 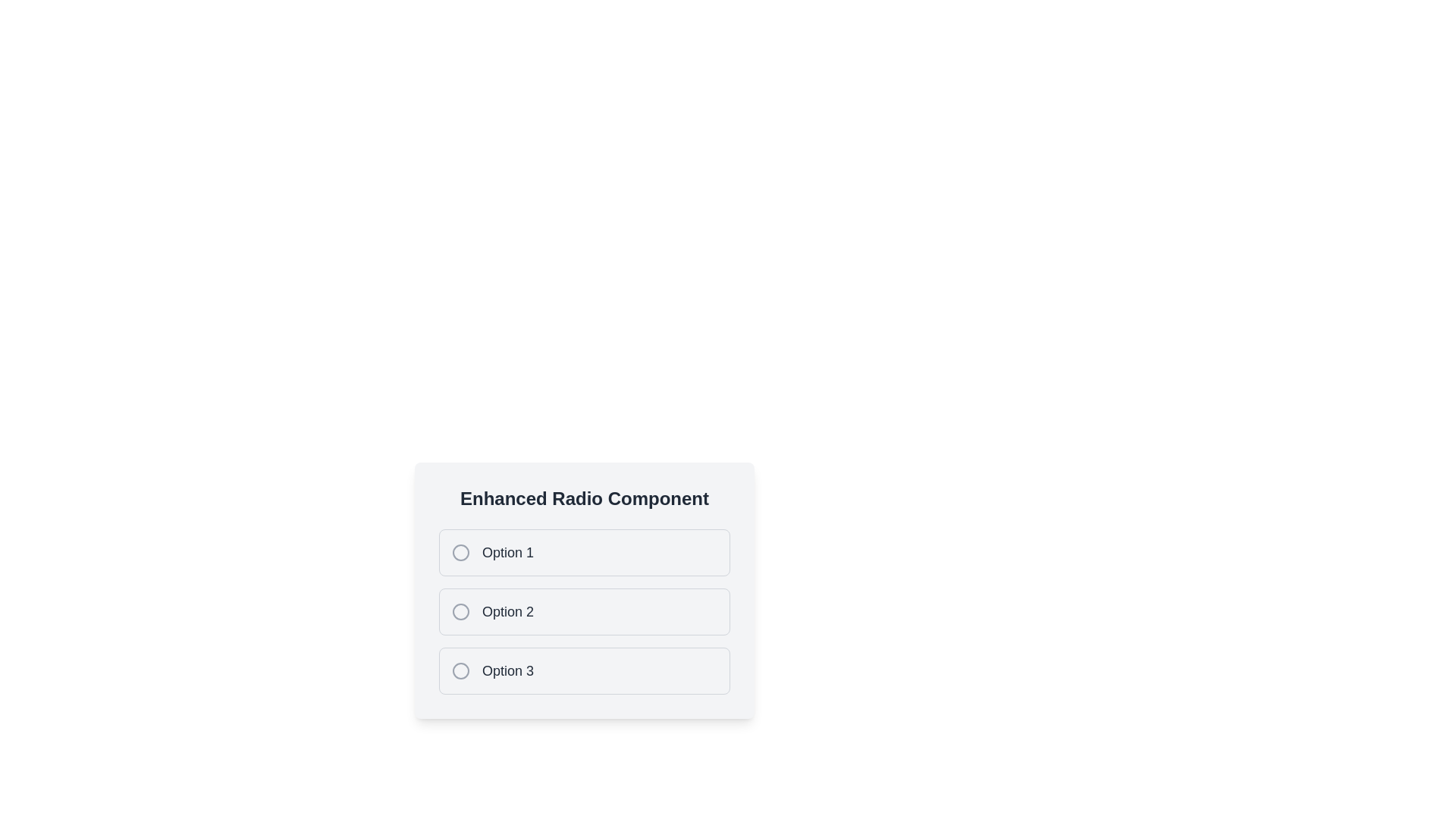 What do you see at coordinates (508, 670) in the screenshot?
I see `the text label displaying 'Option 3', which is styled with a large gray font and is part of the third radio option in a vertical list` at bounding box center [508, 670].